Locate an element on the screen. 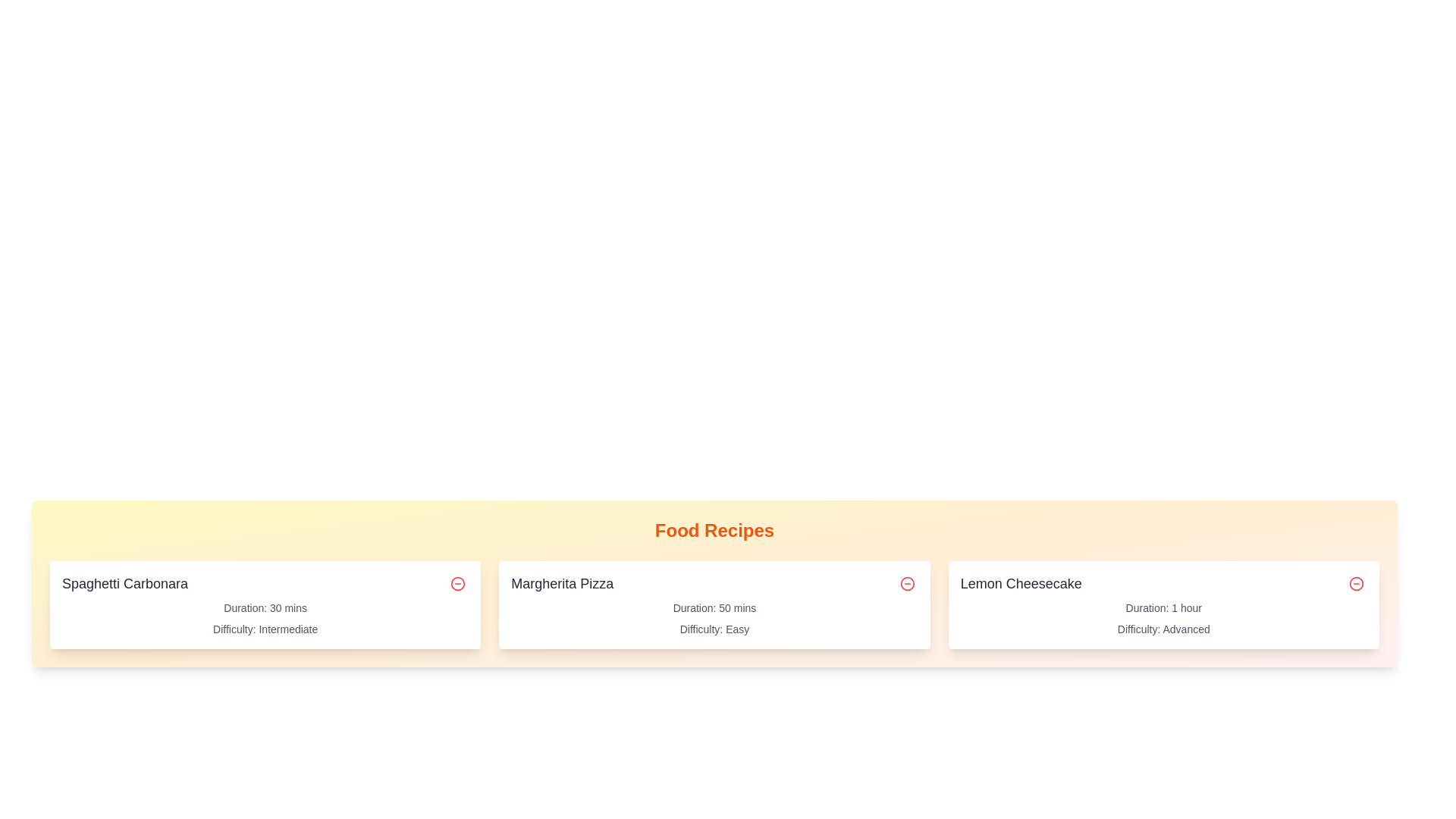  the card titled 'Margherita Pizza' with a white background and rounded corners, located in the center of a 3-column grid of recipe cards is located at coordinates (714, 604).